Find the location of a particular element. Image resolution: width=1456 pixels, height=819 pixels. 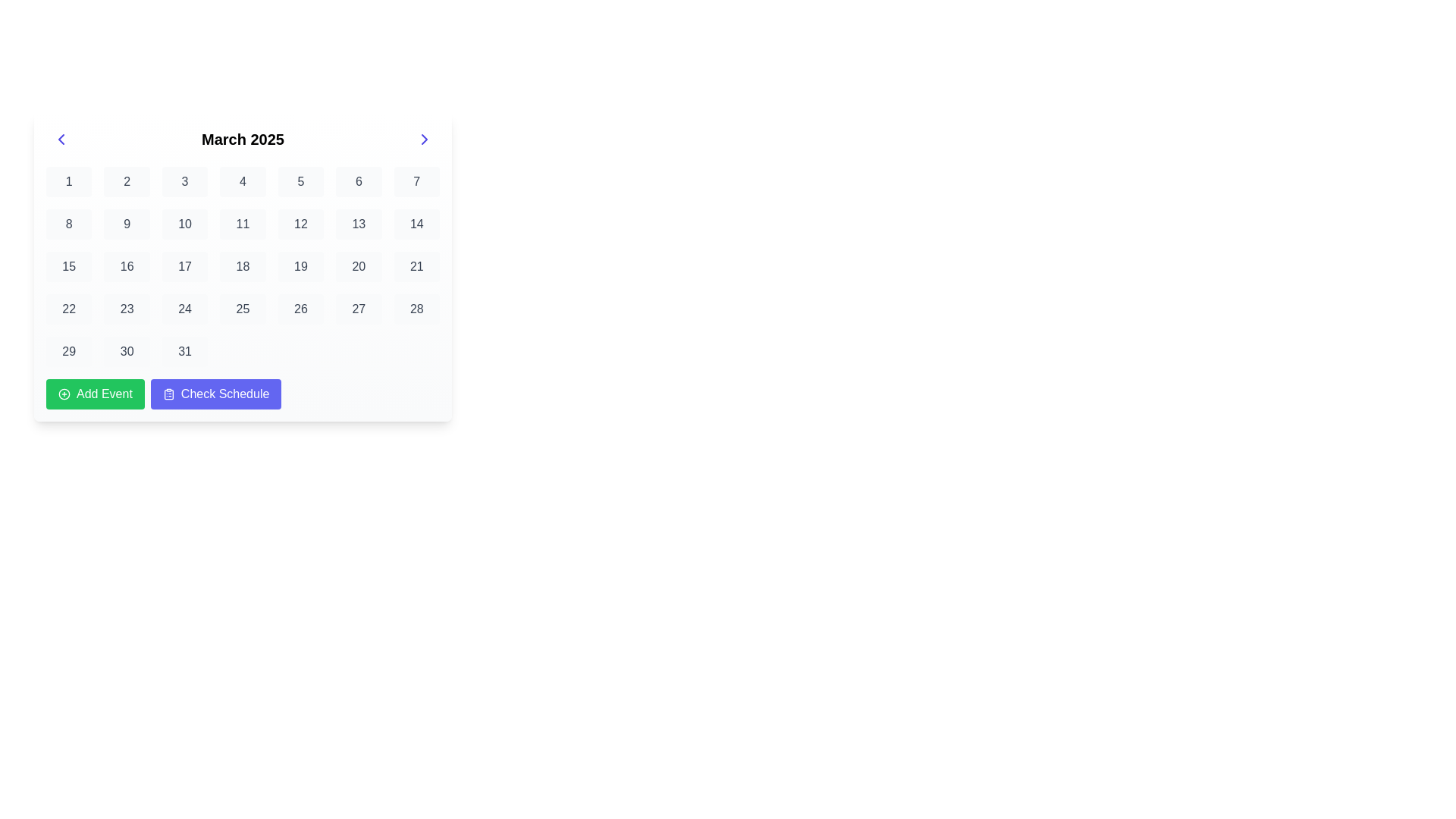

the second button in the first row of the calendar interface is located at coordinates (127, 180).